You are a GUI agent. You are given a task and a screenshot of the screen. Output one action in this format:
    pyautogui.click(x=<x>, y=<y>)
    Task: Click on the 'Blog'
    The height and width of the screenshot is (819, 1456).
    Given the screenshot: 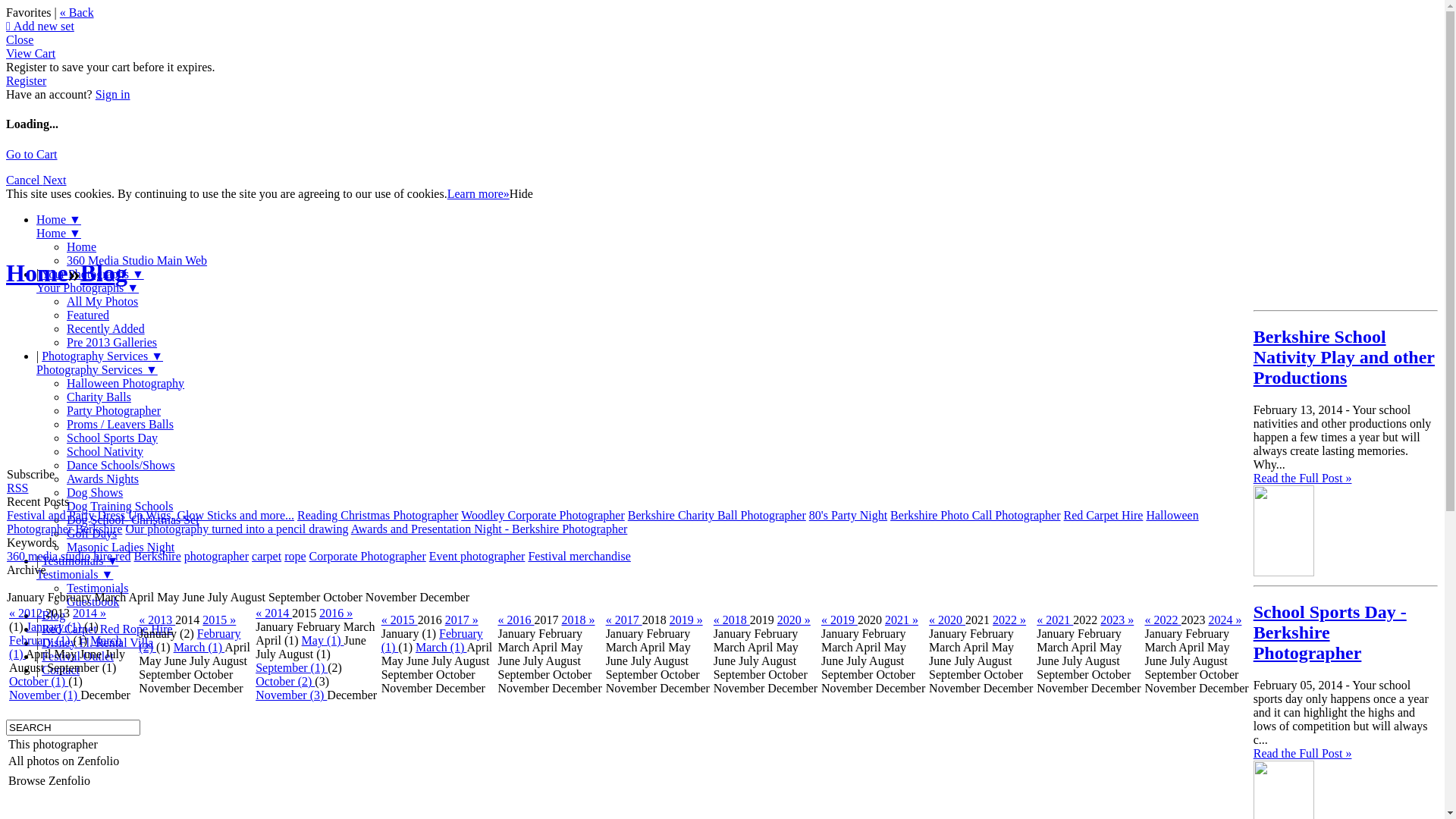 What is the action you would take?
    pyautogui.click(x=103, y=271)
    